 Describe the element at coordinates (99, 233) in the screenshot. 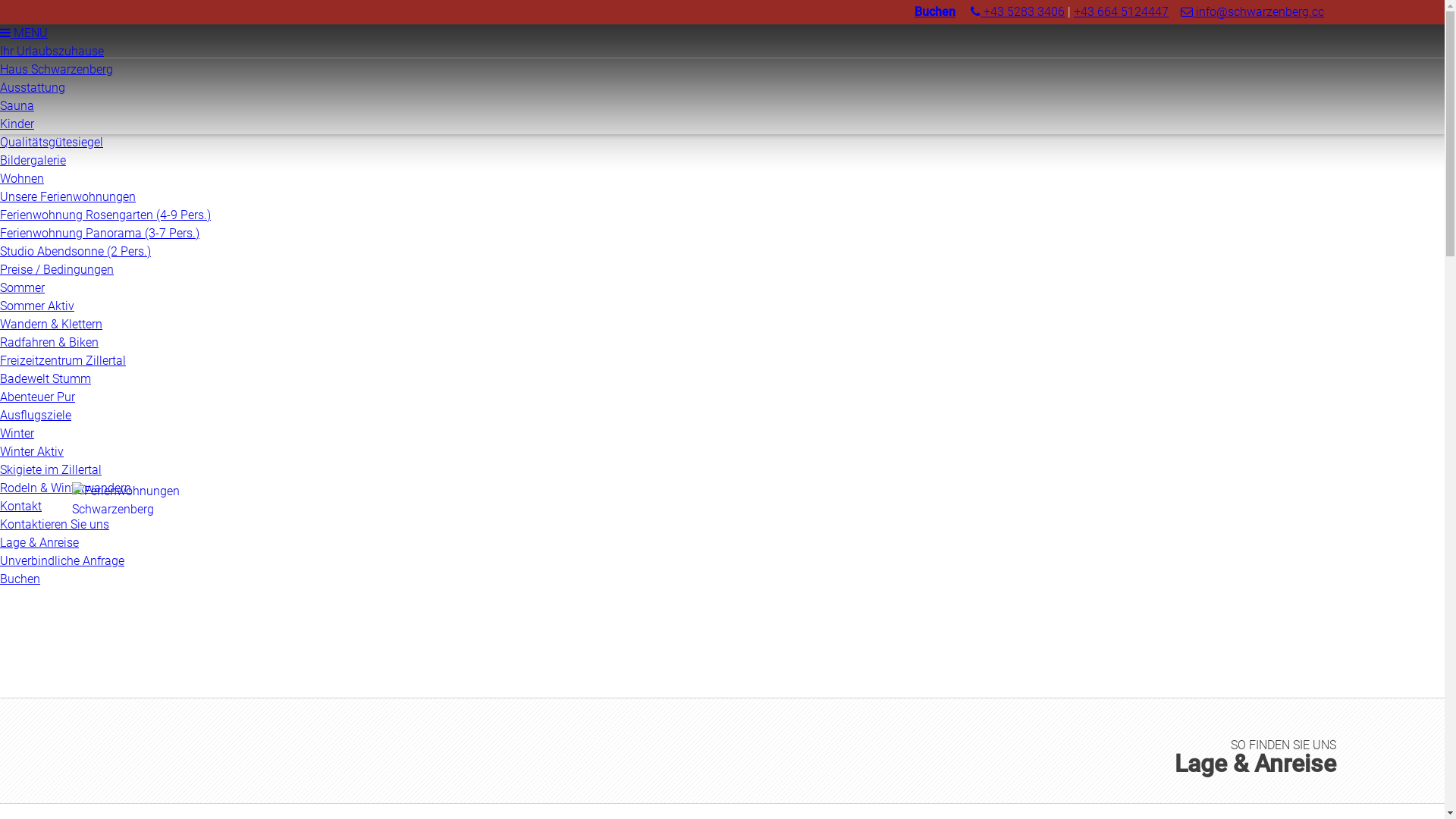

I see `'Ferienwohnung Panorama (3-7 Pers.)'` at that location.